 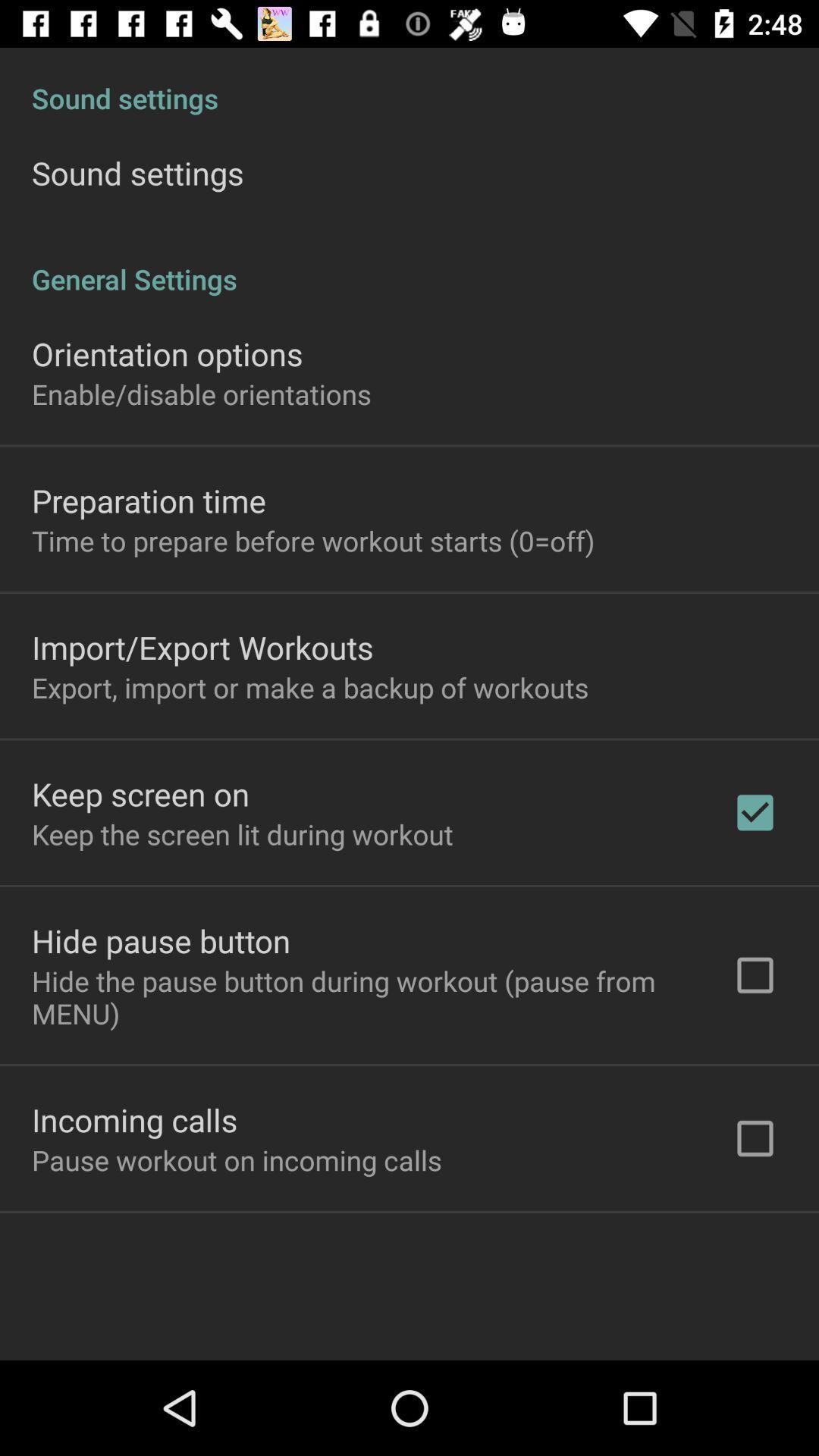 What do you see at coordinates (312, 541) in the screenshot?
I see `the icon above the import/export workouts icon` at bounding box center [312, 541].